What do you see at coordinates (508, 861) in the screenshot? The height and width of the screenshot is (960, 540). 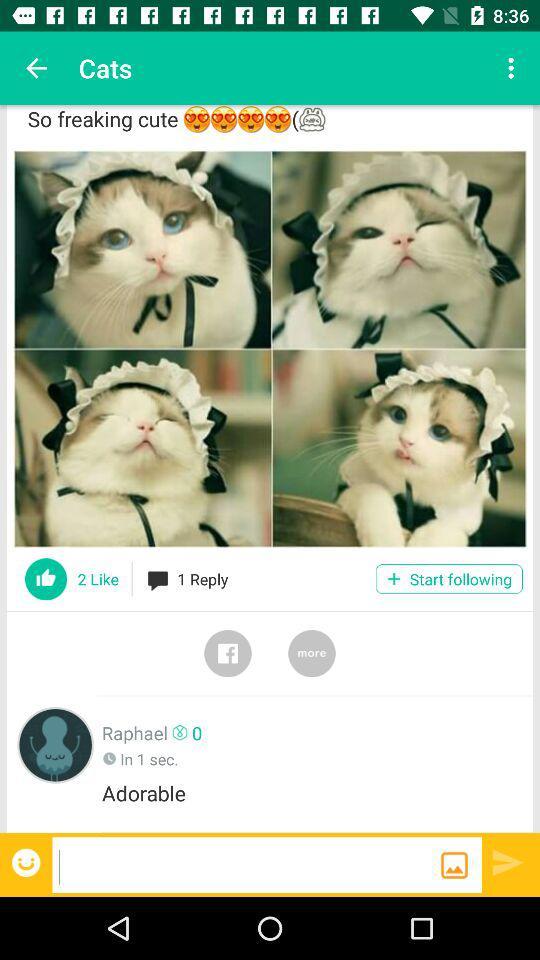 I see `go arrow option` at bounding box center [508, 861].